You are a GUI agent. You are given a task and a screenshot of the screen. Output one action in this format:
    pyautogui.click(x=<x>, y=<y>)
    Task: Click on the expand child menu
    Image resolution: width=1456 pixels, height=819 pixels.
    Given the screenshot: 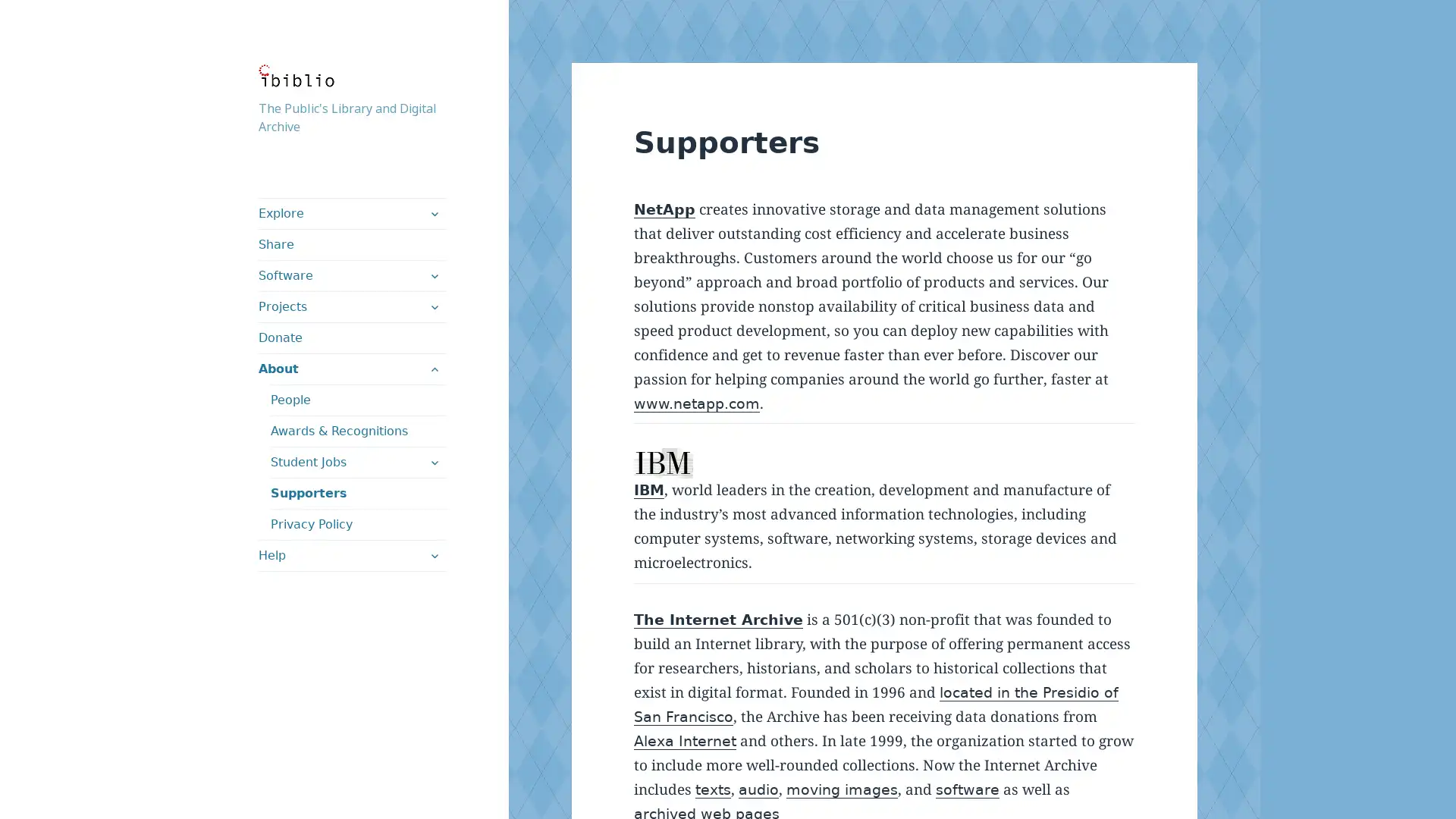 What is the action you would take?
    pyautogui.click(x=432, y=369)
    